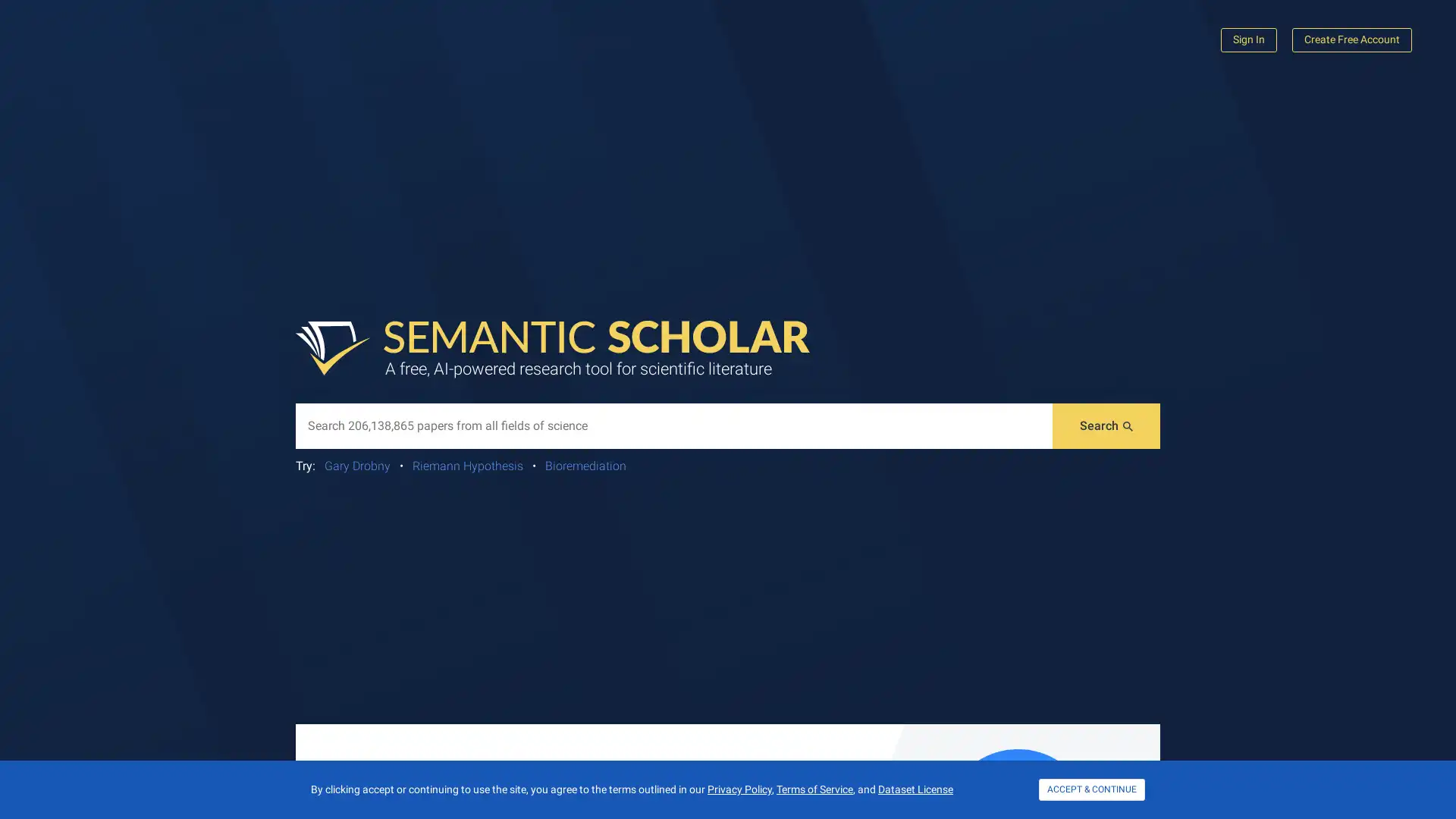 Image resolution: width=1456 pixels, height=819 pixels. What do you see at coordinates (1248, 39) in the screenshot?
I see `Sign In` at bounding box center [1248, 39].